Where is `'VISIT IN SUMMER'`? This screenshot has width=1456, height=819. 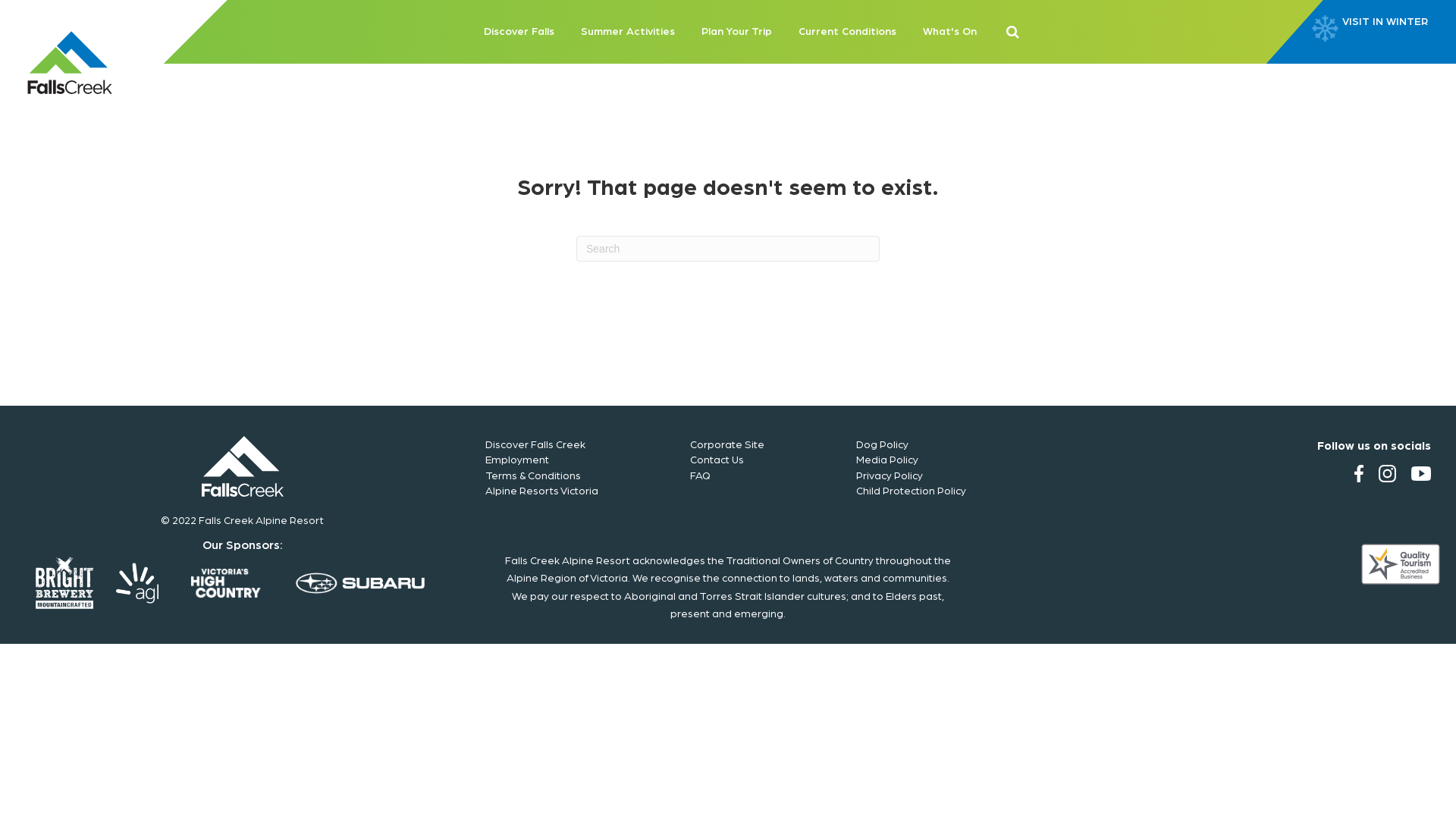
'VISIT IN SUMMER' is located at coordinates (1391, 32).